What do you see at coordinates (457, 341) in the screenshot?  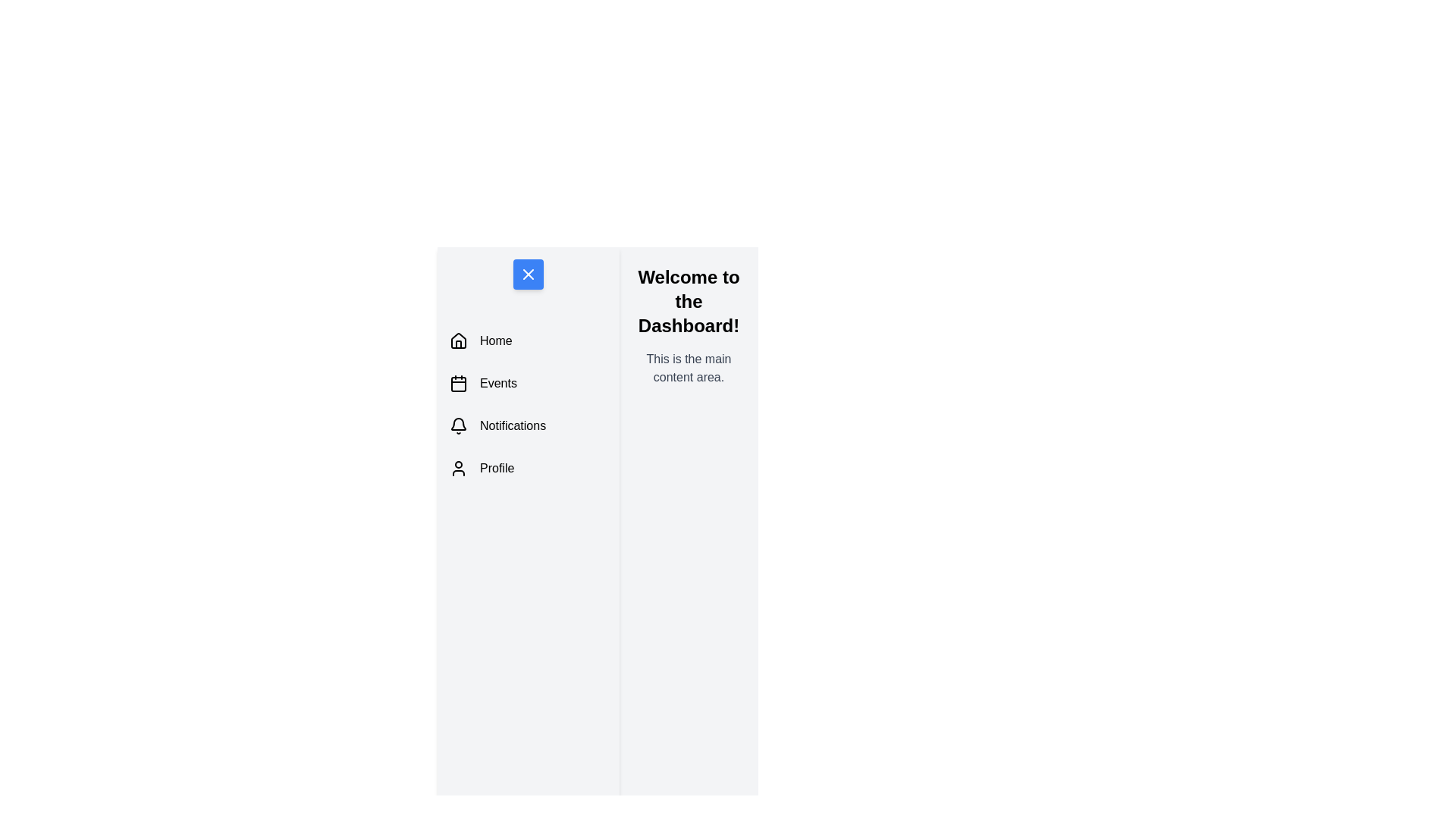 I see `the home icon located at the top left of the sidebar menu` at bounding box center [457, 341].